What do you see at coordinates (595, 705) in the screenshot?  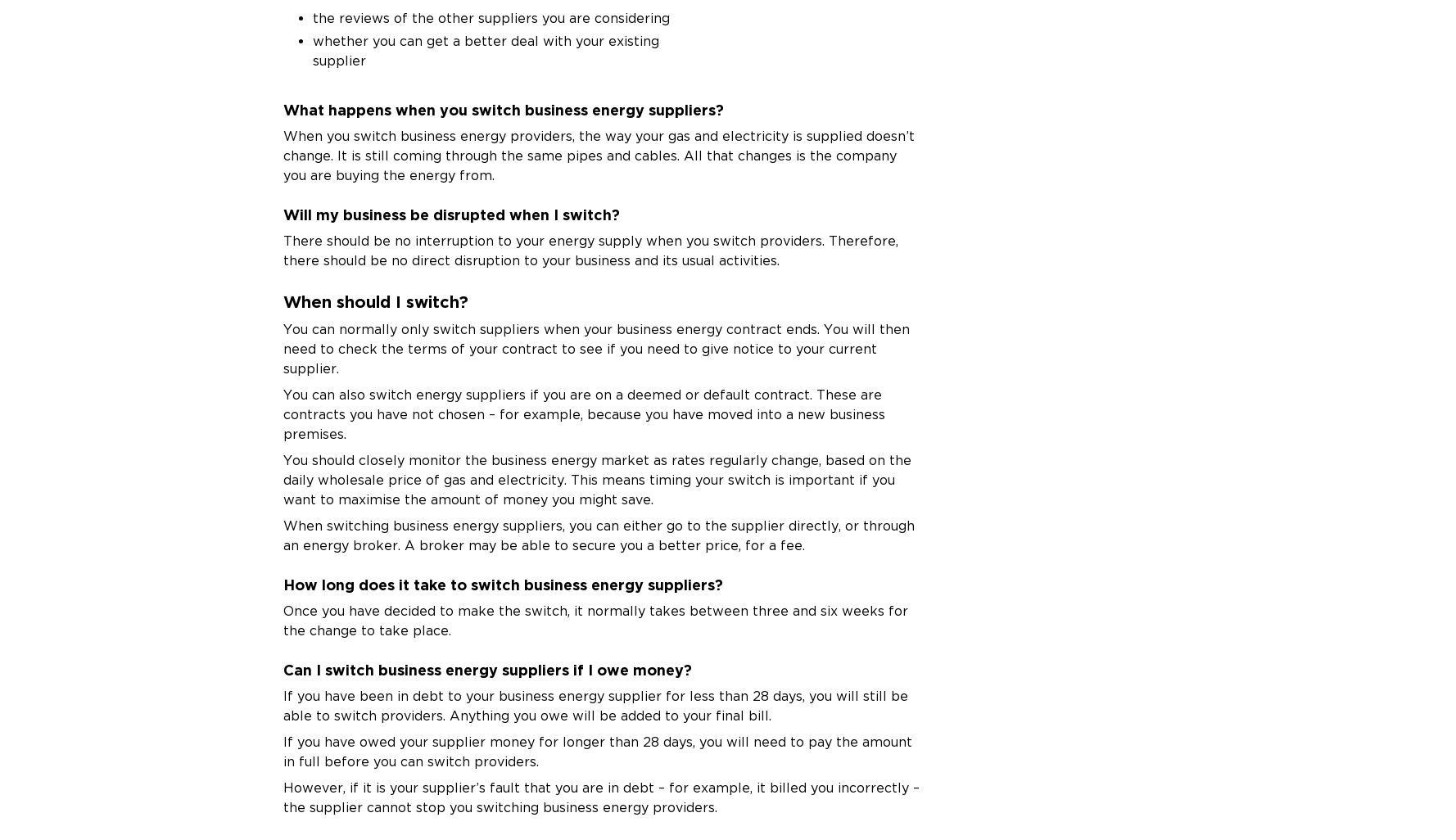 I see `'If you have been in debt to your business energy supplier for less than 28 days, you will still be able to switch providers. Anything you owe will be added to your final bill.'` at bounding box center [595, 705].